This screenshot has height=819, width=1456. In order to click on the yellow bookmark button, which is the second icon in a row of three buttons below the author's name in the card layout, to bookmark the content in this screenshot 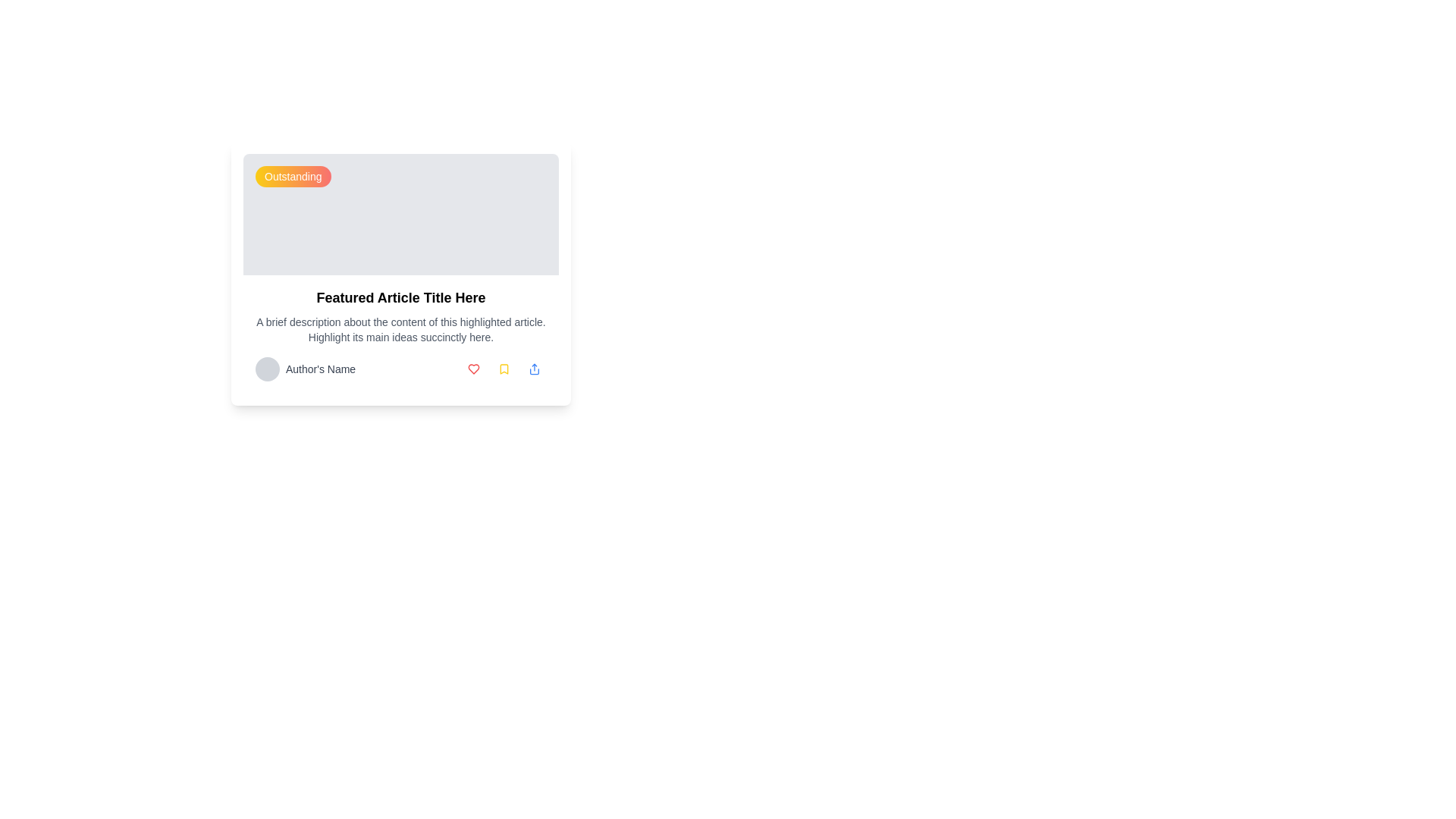, I will do `click(504, 369)`.